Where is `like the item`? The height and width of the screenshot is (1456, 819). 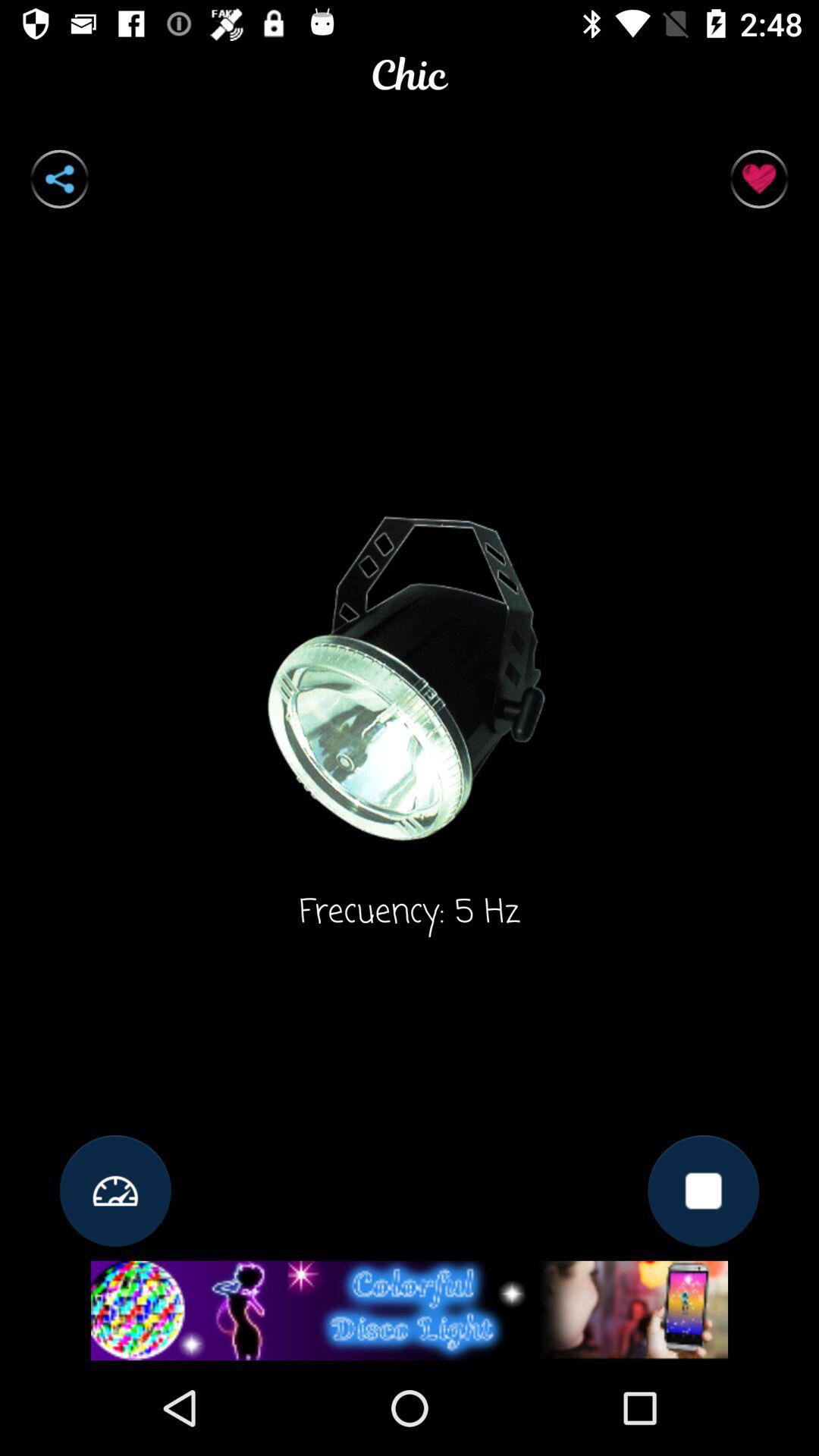
like the item is located at coordinates (759, 179).